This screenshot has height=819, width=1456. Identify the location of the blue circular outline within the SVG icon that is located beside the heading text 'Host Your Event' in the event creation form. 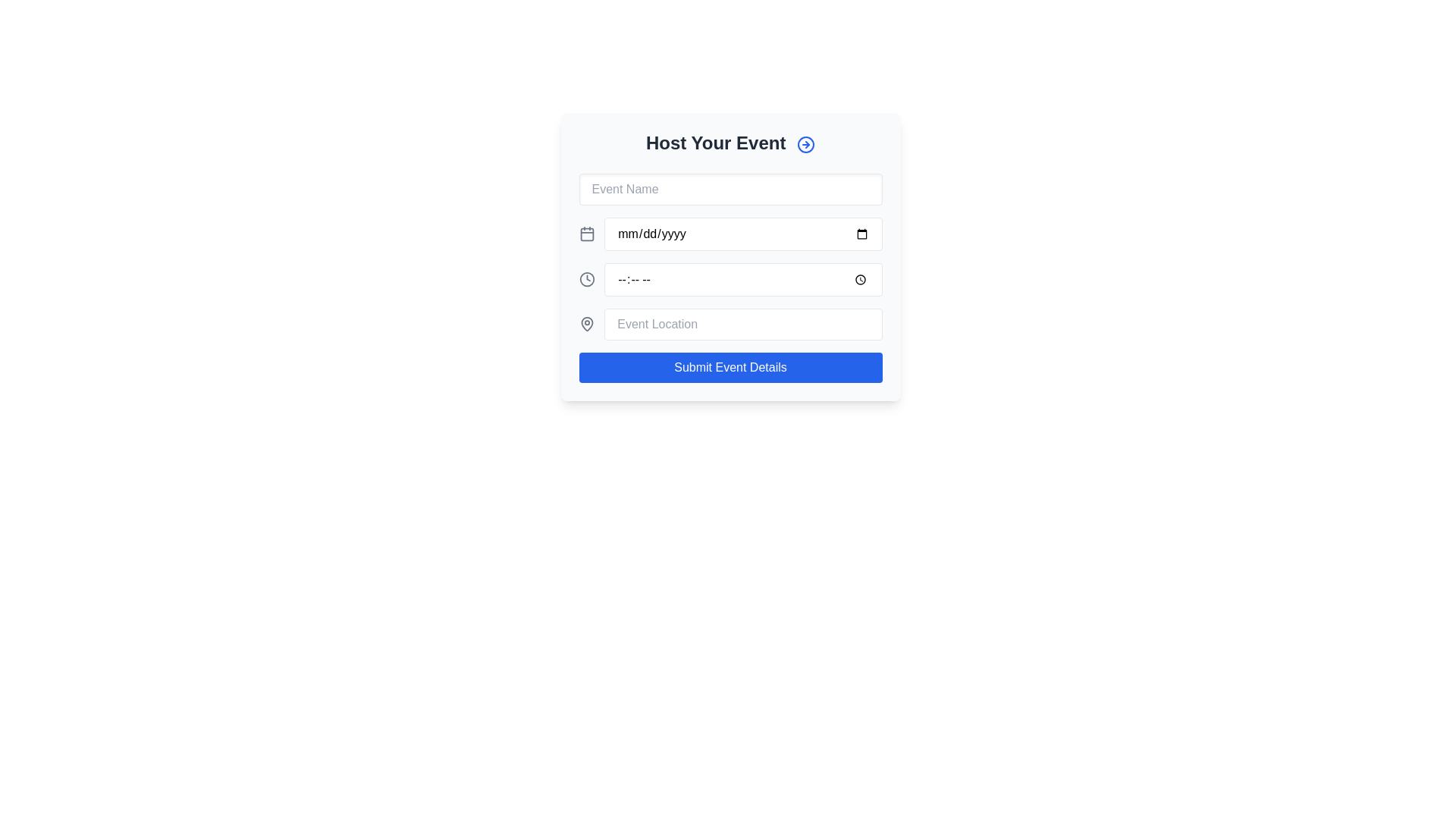
(805, 144).